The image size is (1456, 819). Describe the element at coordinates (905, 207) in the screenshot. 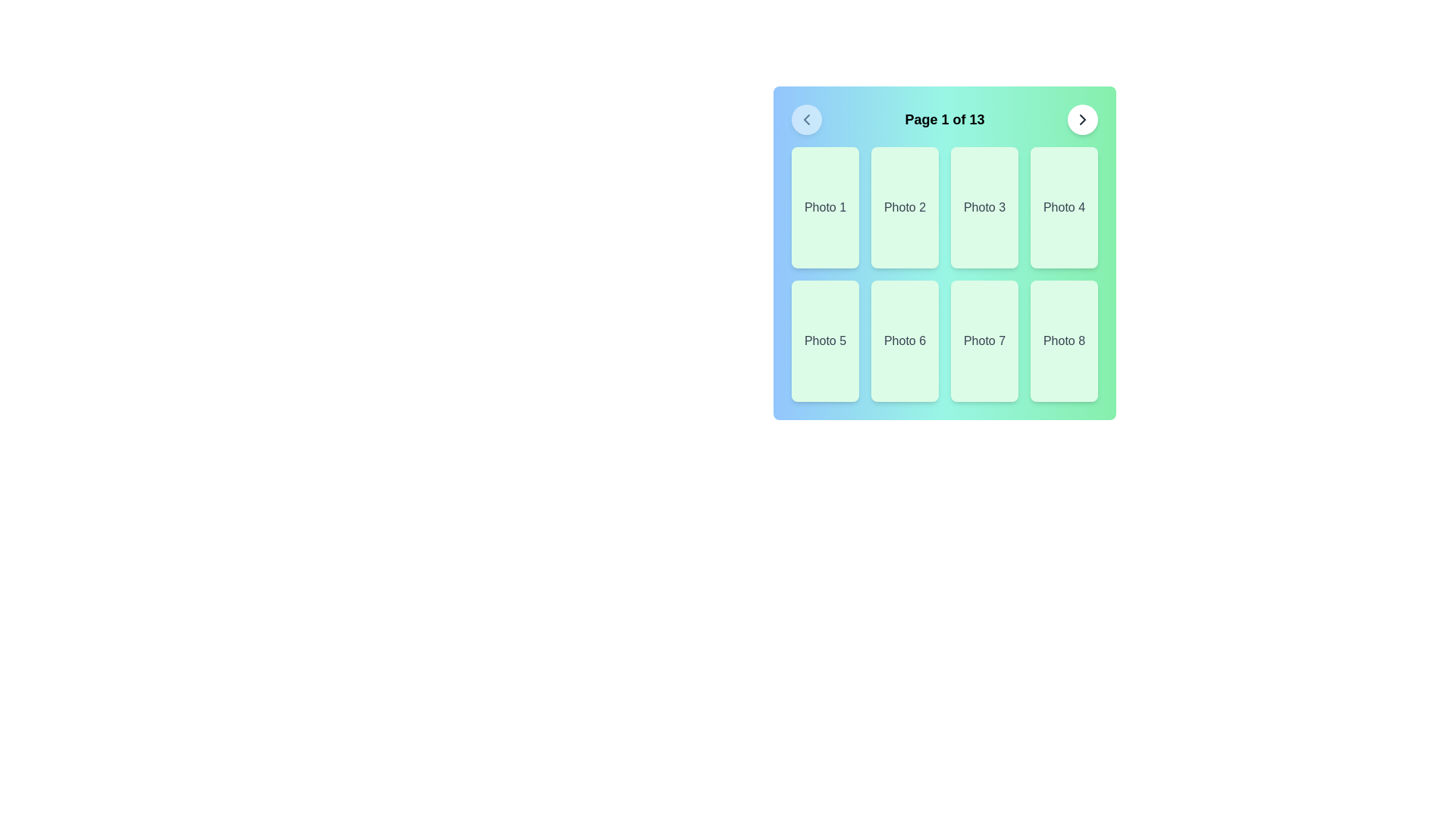

I see `the rectangular card with rounded edges that has a light green background and the text 'Photo 2' in dark gray` at that location.